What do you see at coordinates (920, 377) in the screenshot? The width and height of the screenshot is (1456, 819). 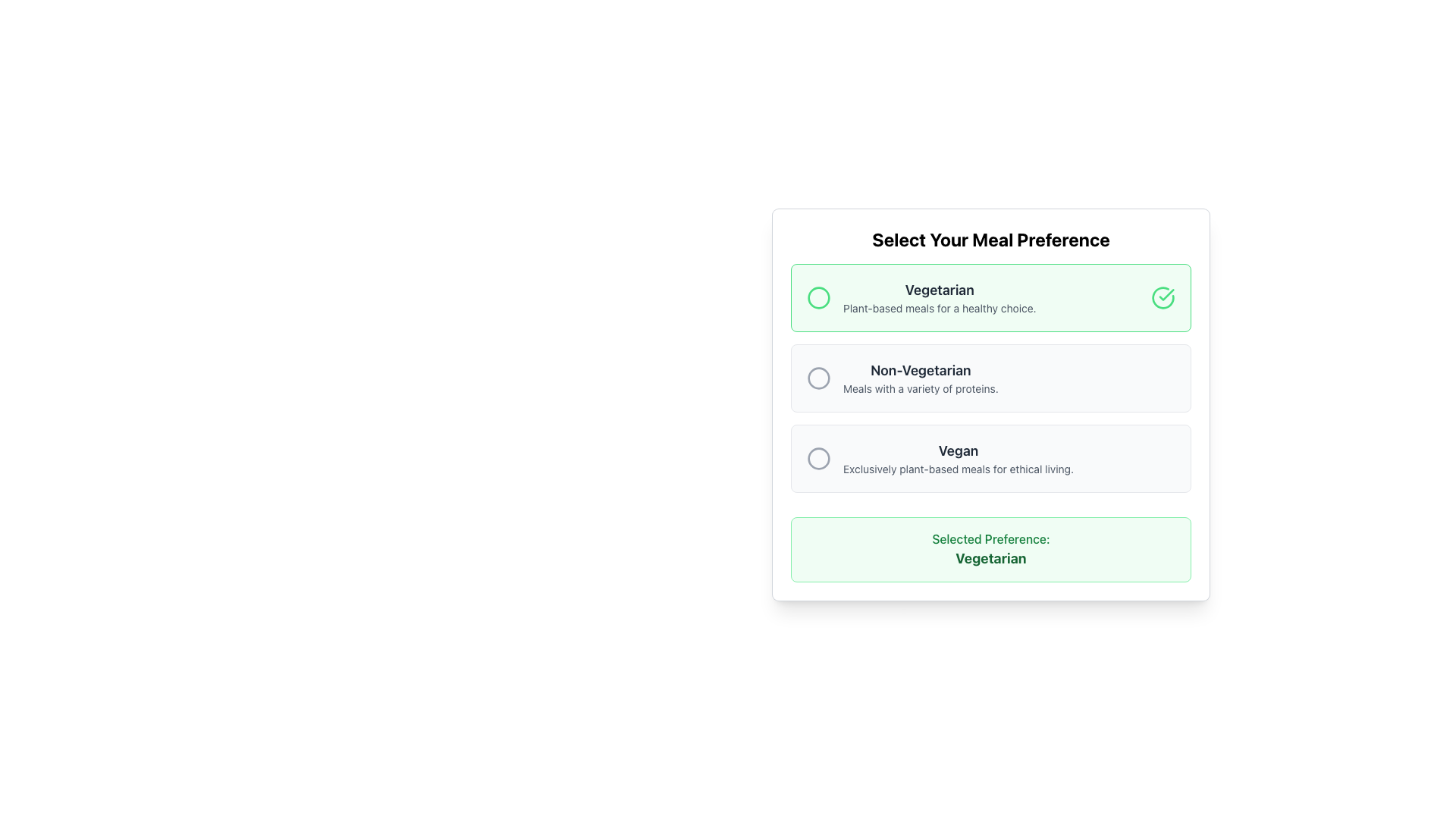 I see `text of the 'Non-Vegetarian' meal preference label located centrally between the 'Vegetarian' and 'Vegan' options in the meal preference list` at bounding box center [920, 377].